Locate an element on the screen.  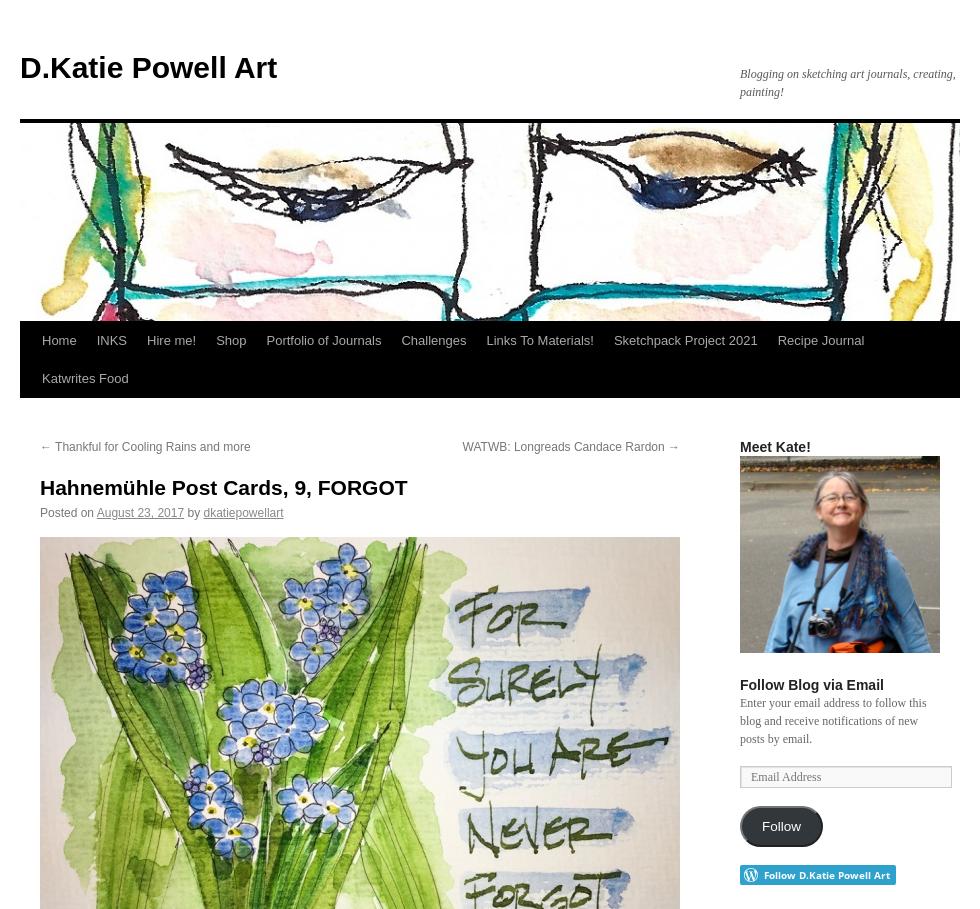
'Thankful for Cooling Rains and more' is located at coordinates (151, 445).